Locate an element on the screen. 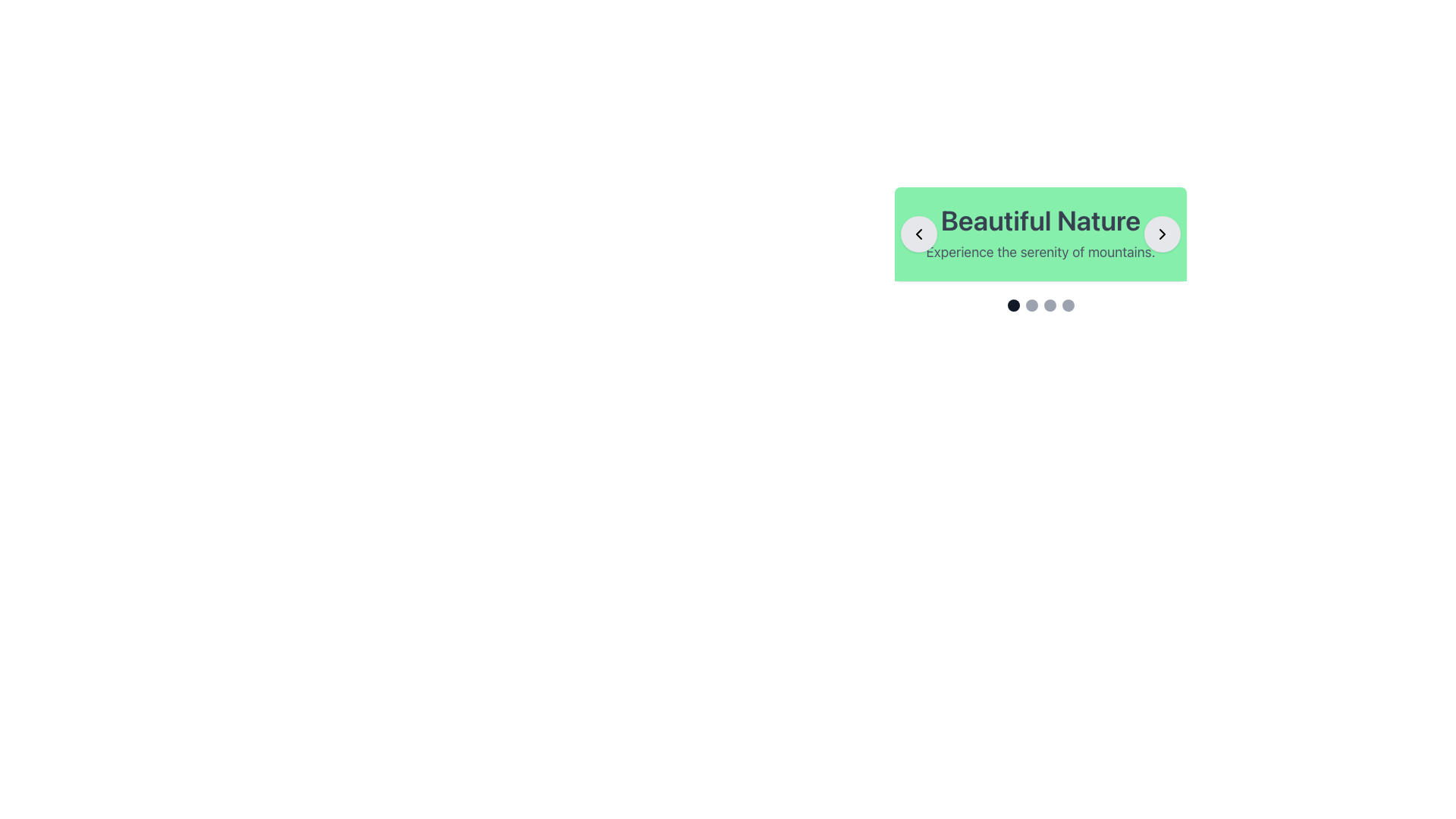 This screenshot has width=1456, height=819. the second dot of the Carousel indicator, which is light gray and located centrally below the green section with the headline 'Beautiful Nature' is located at coordinates (1040, 305).